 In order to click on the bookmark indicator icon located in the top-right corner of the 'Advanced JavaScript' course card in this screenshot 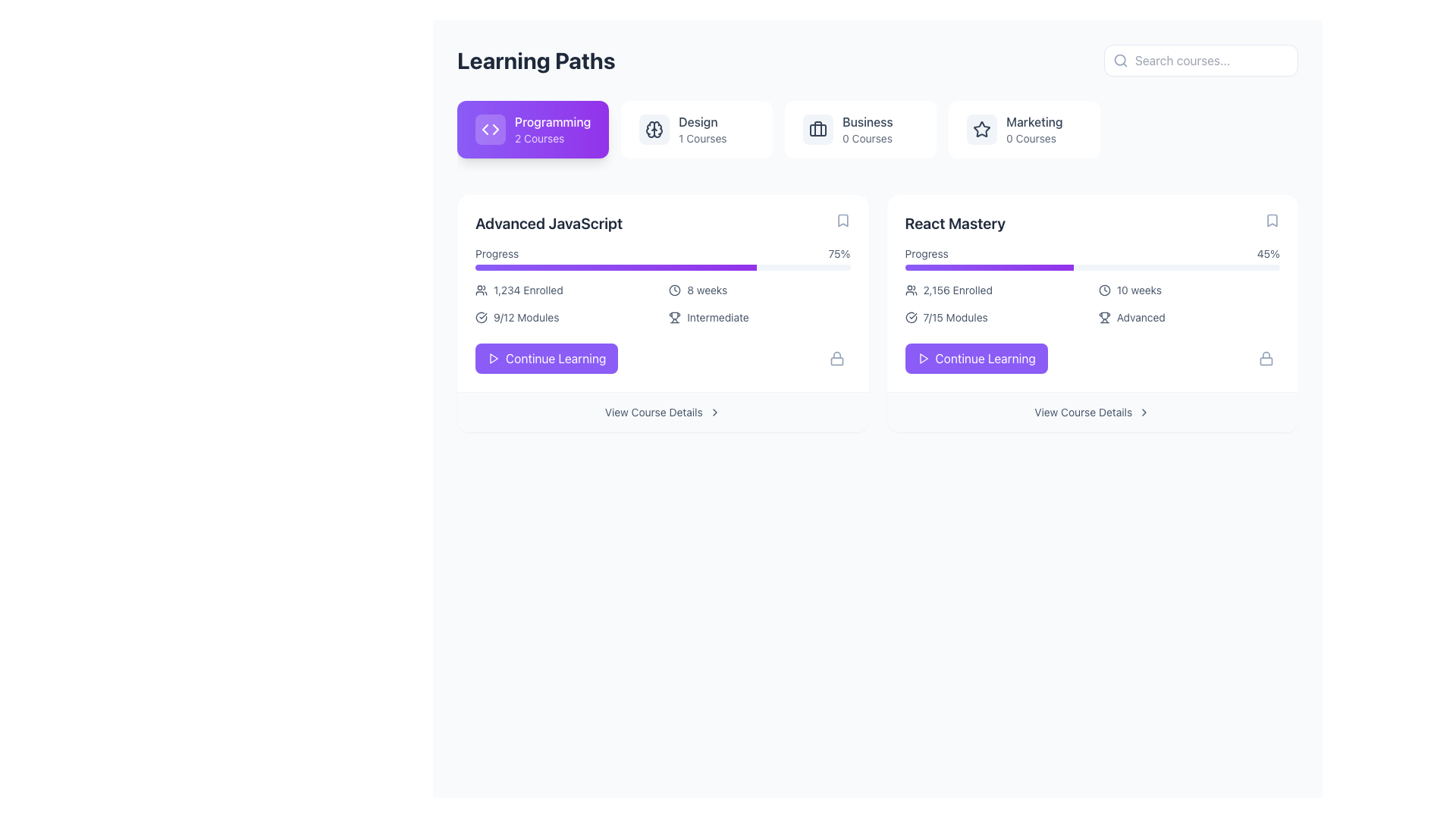, I will do `click(842, 220)`.